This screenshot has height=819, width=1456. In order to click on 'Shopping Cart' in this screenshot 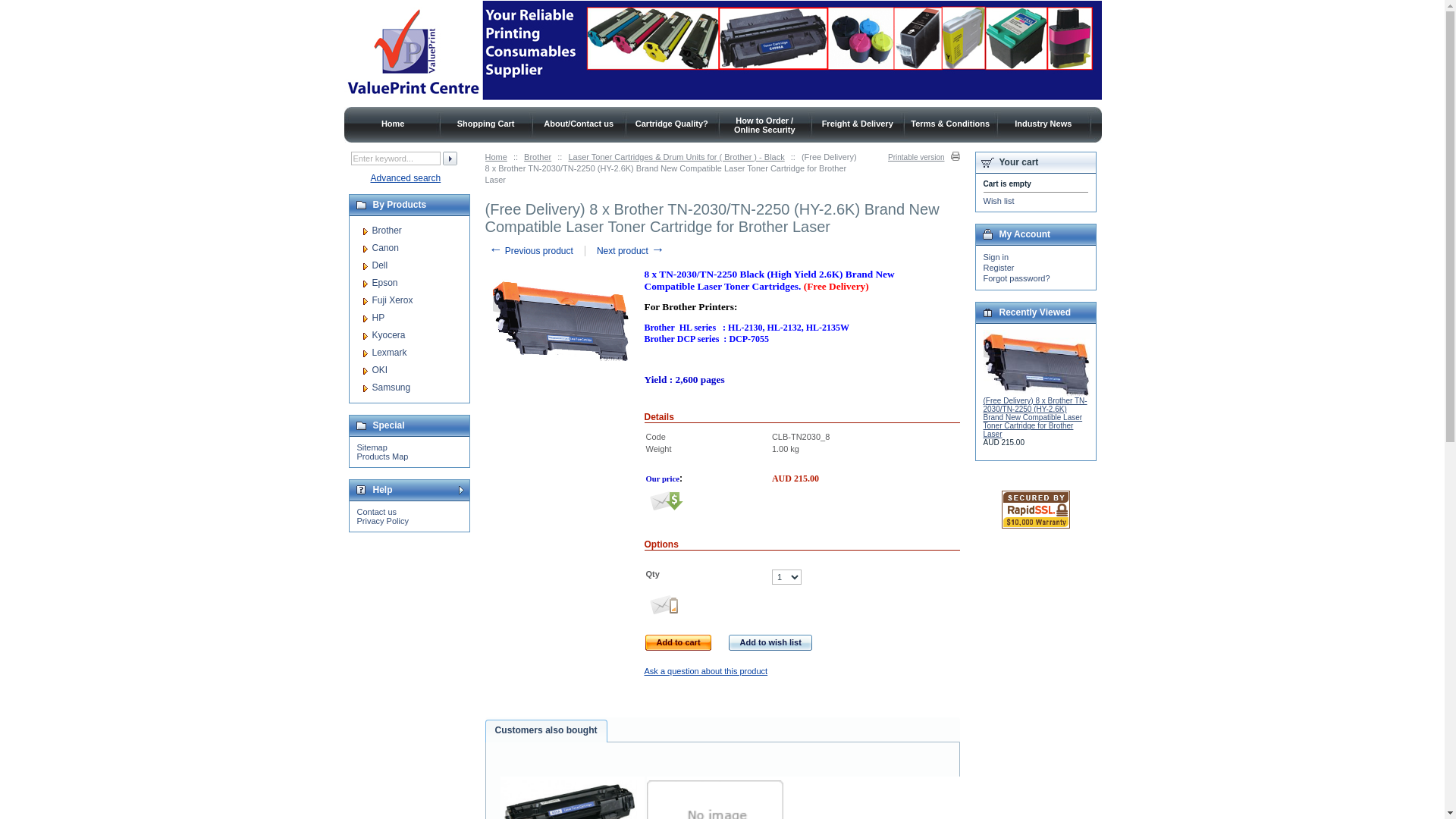, I will do `click(486, 122)`.